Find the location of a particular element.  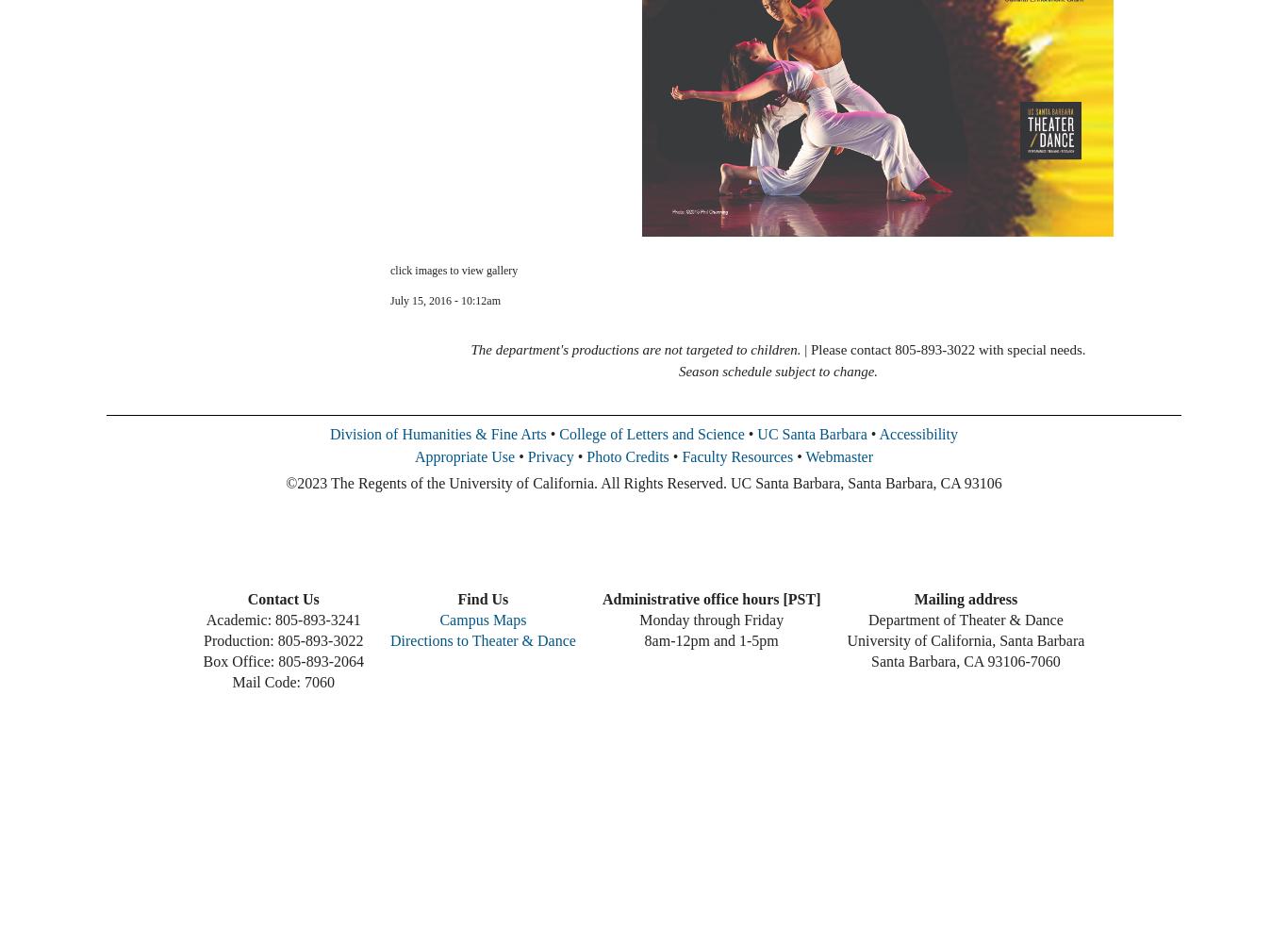

'Box Office: 805-893-2064' is located at coordinates (282, 660).